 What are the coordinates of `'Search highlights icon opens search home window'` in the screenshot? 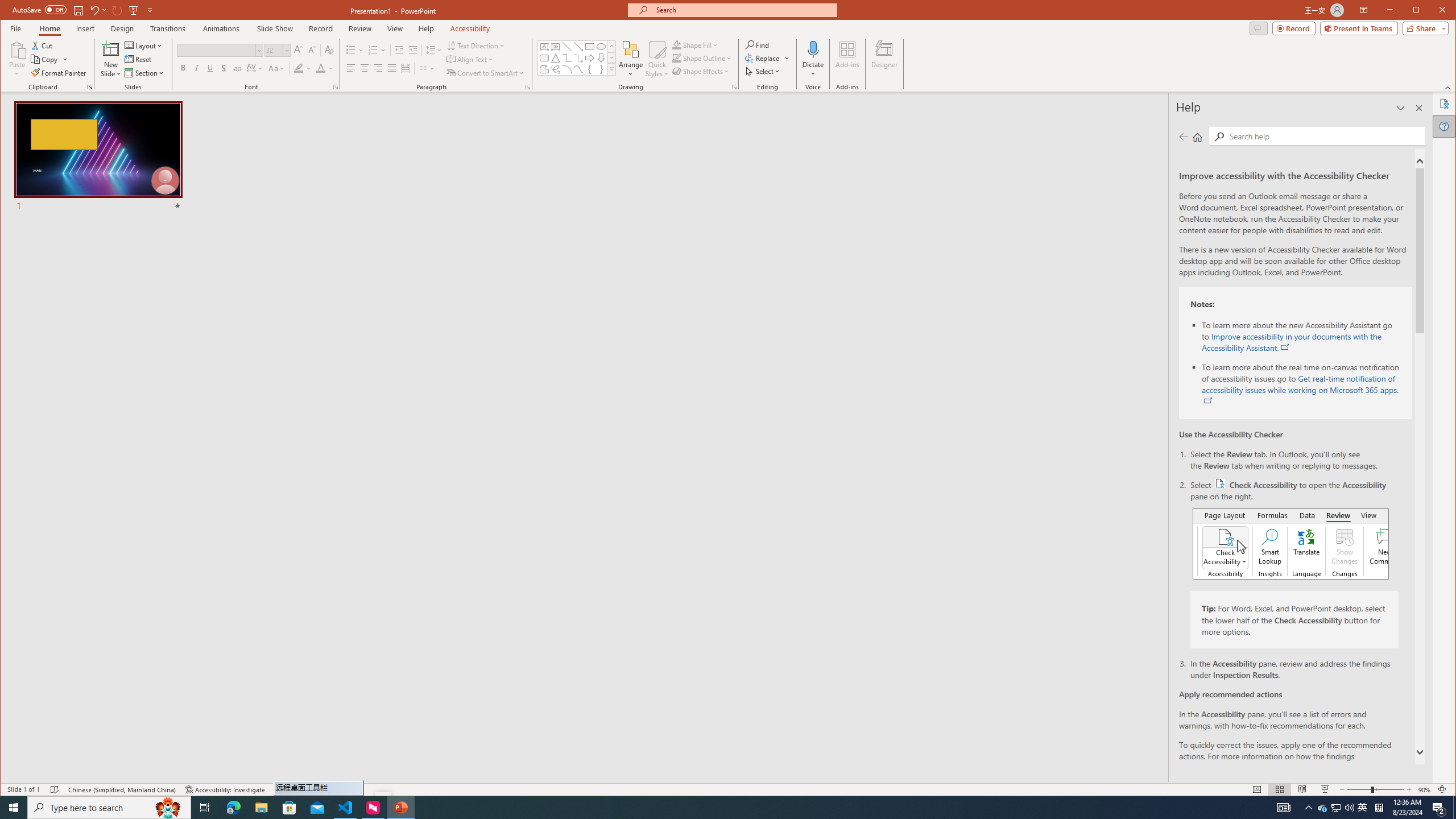 It's located at (167, 806).